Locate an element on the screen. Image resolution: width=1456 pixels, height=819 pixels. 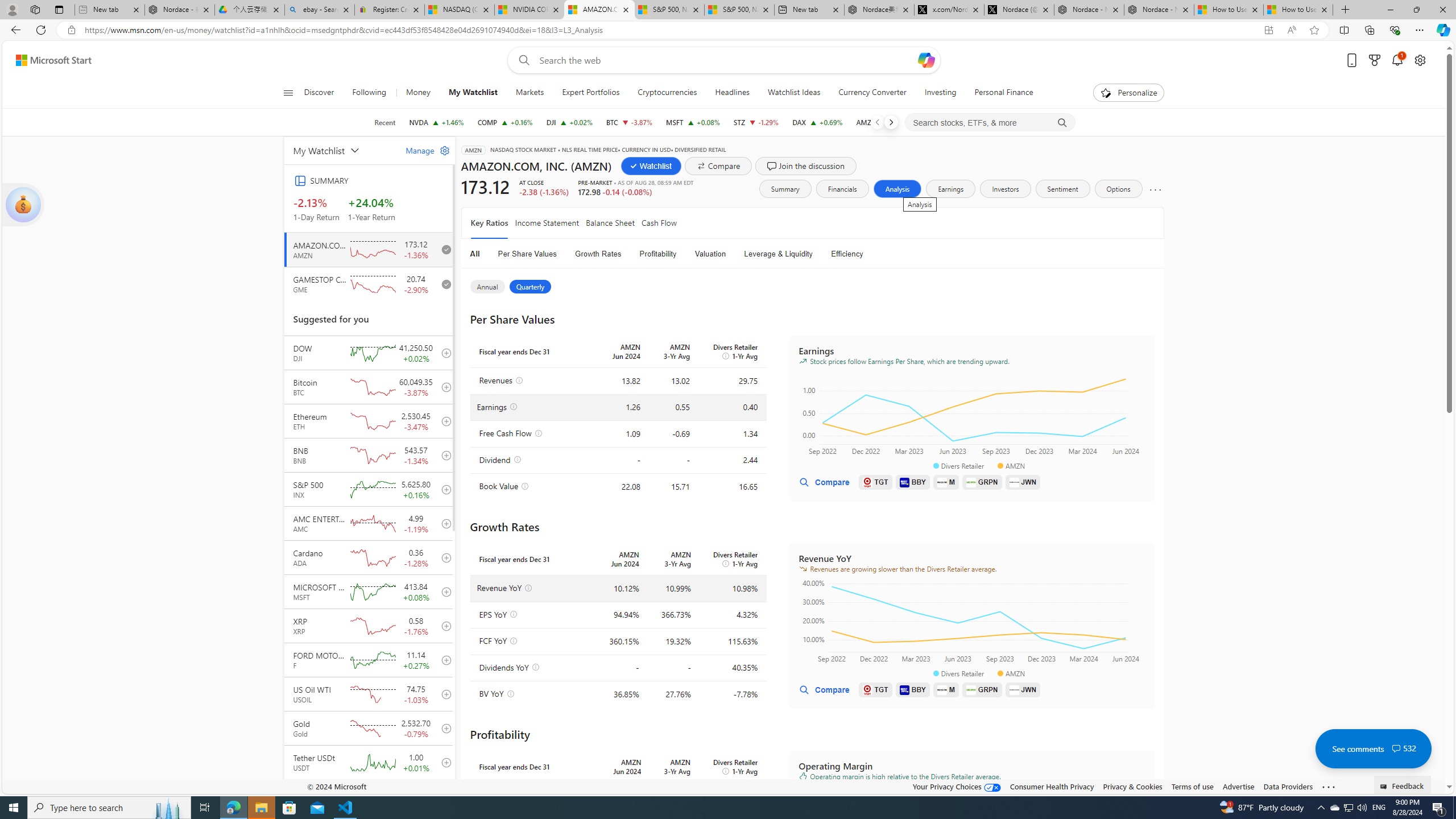
'Income Statement' is located at coordinates (547, 222).